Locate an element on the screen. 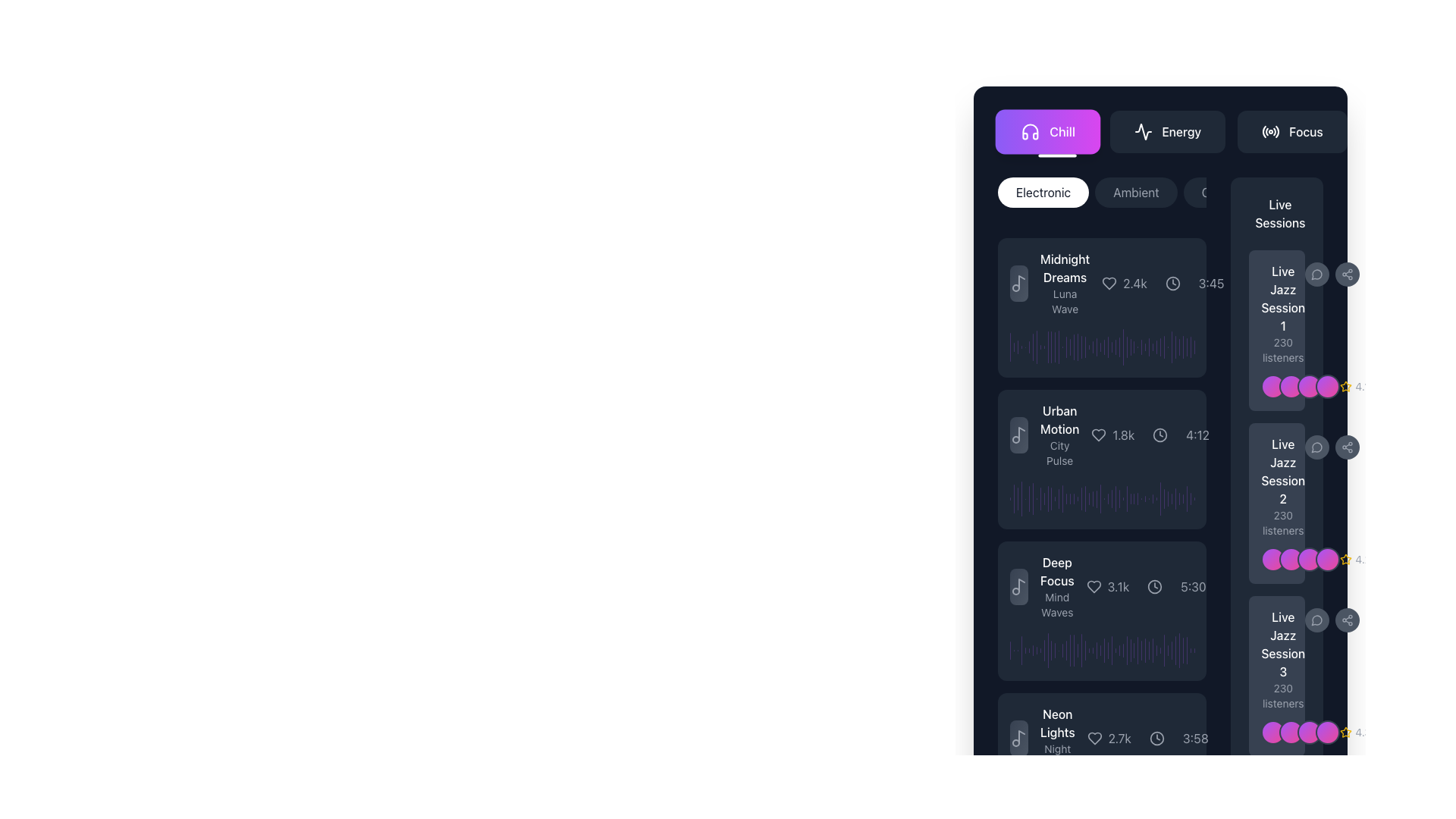 The width and height of the screenshot is (1456, 819). the 15th vertical bar in the visual indicator collection, which is part of a chart representation is located at coordinates (1062, 649).